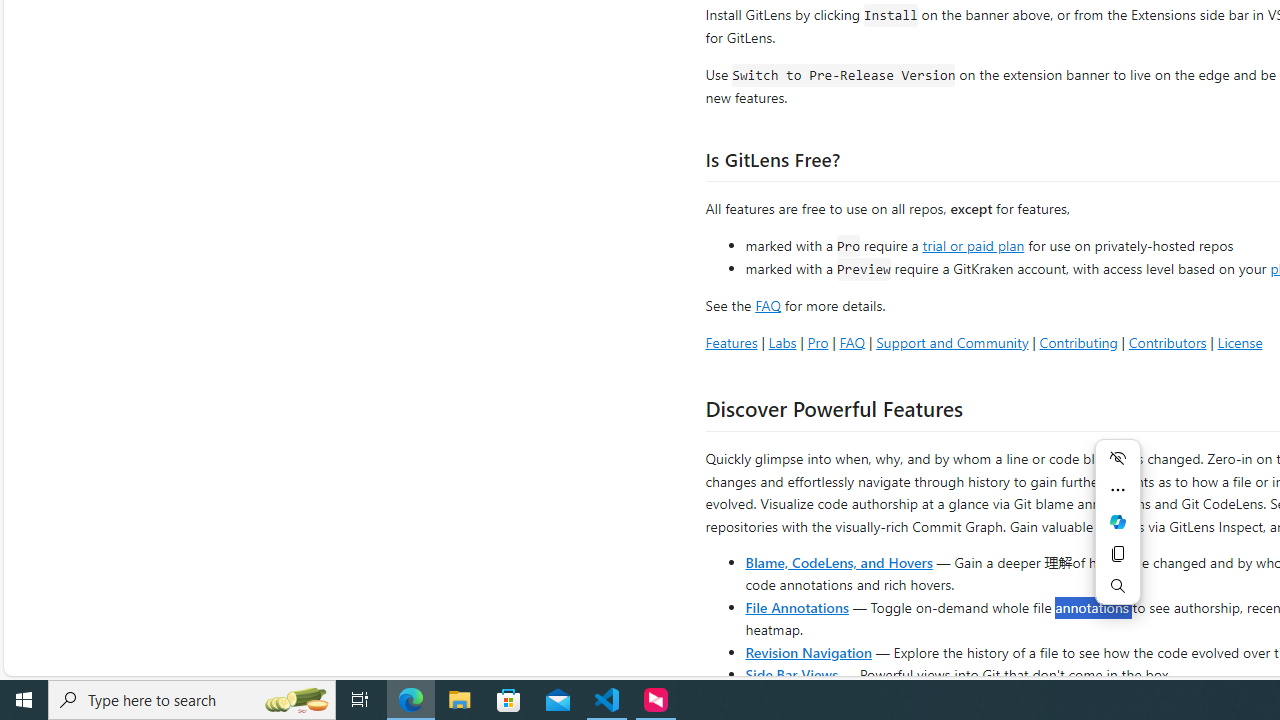 The width and height of the screenshot is (1280, 720). What do you see at coordinates (1117, 521) in the screenshot?
I see `'Mini menu on text selection'` at bounding box center [1117, 521].